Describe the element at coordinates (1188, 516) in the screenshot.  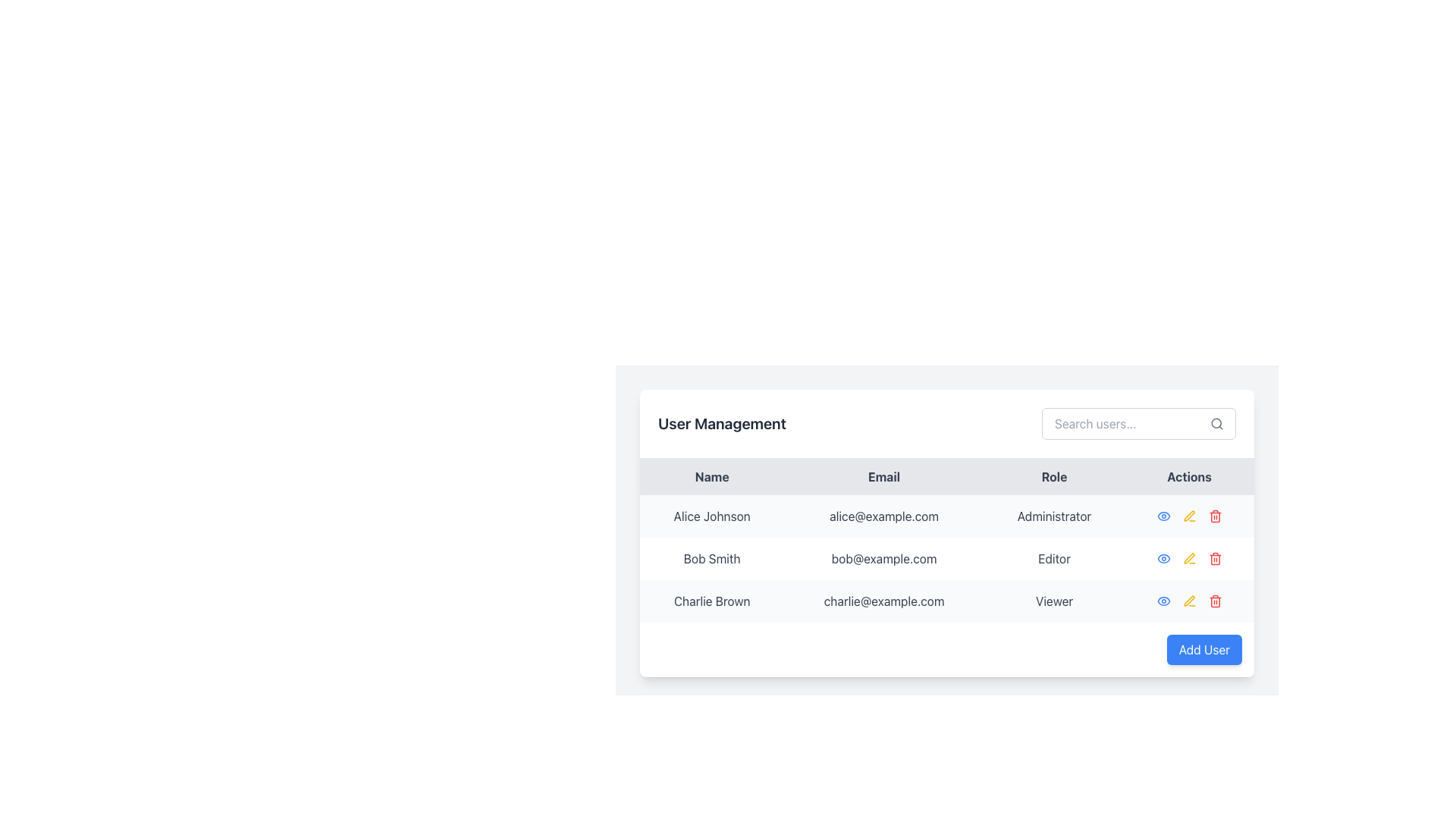
I see `the yellow pencil icon in the Actions column of the first row for 'Alice Johnson'` at that location.